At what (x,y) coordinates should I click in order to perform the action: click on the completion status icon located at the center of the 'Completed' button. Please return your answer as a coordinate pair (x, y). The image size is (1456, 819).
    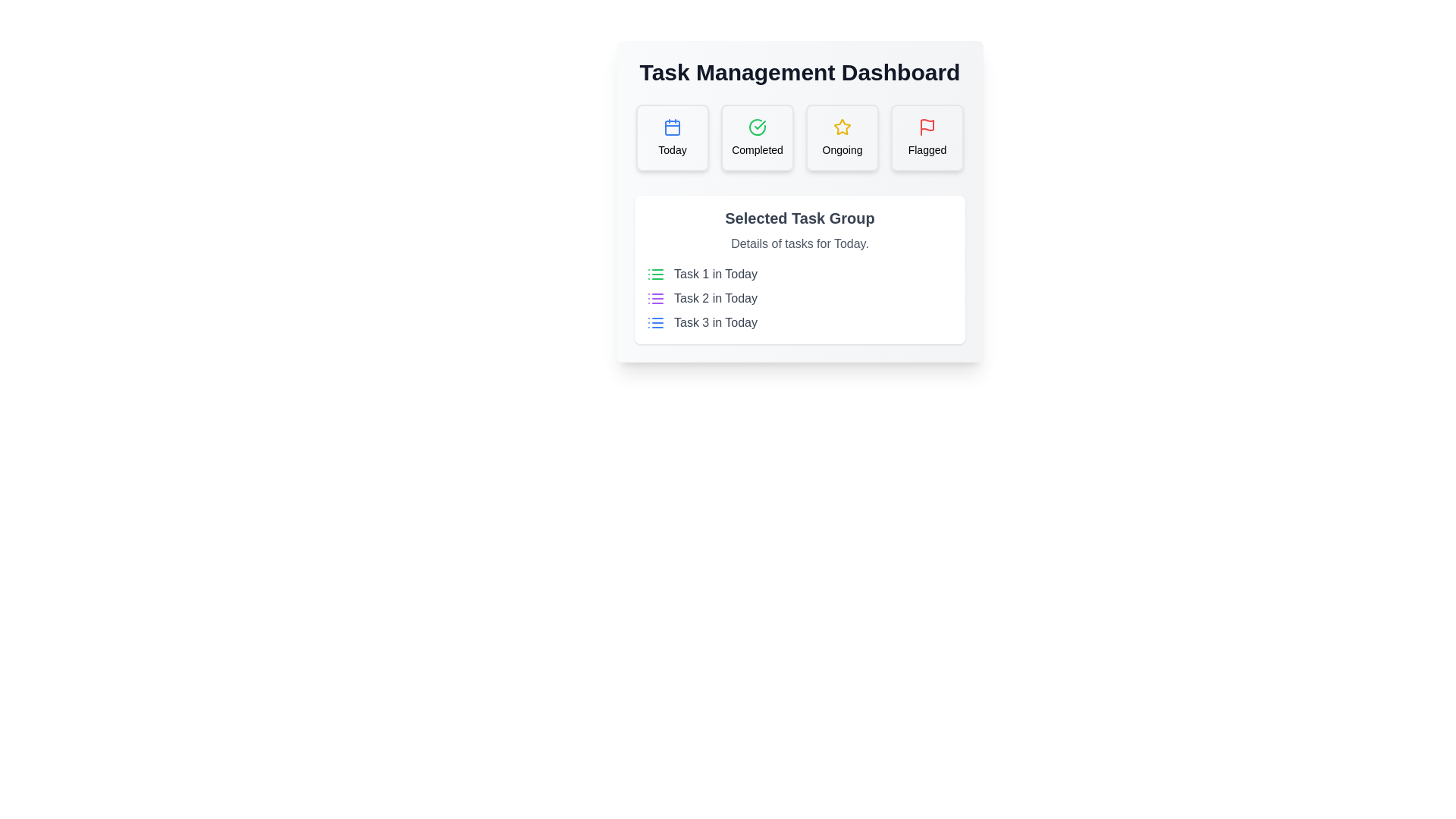
    Looking at the image, I should click on (757, 127).